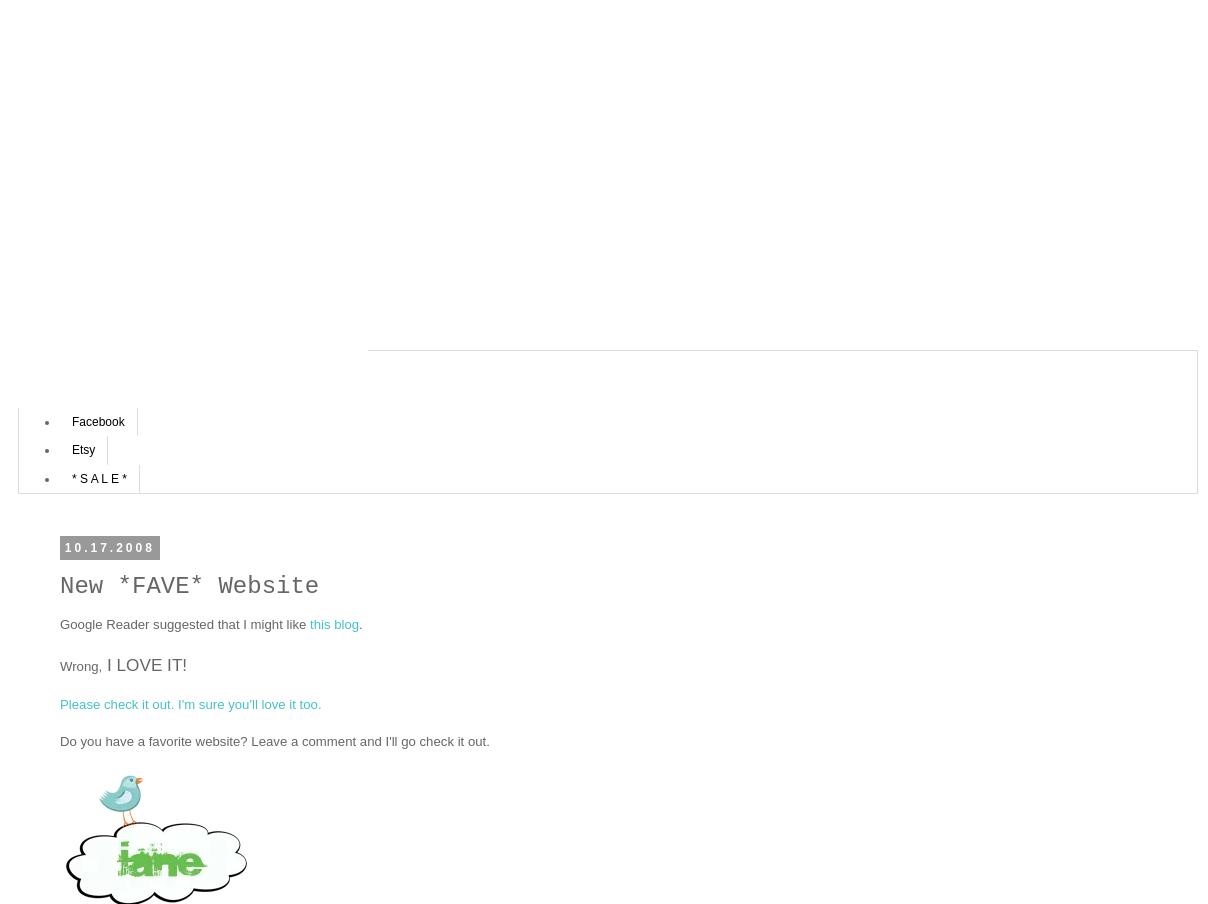 The width and height of the screenshot is (1208, 904). Describe the element at coordinates (184, 624) in the screenshot. I see `'Google Reader suggested that I might like'` at that location.